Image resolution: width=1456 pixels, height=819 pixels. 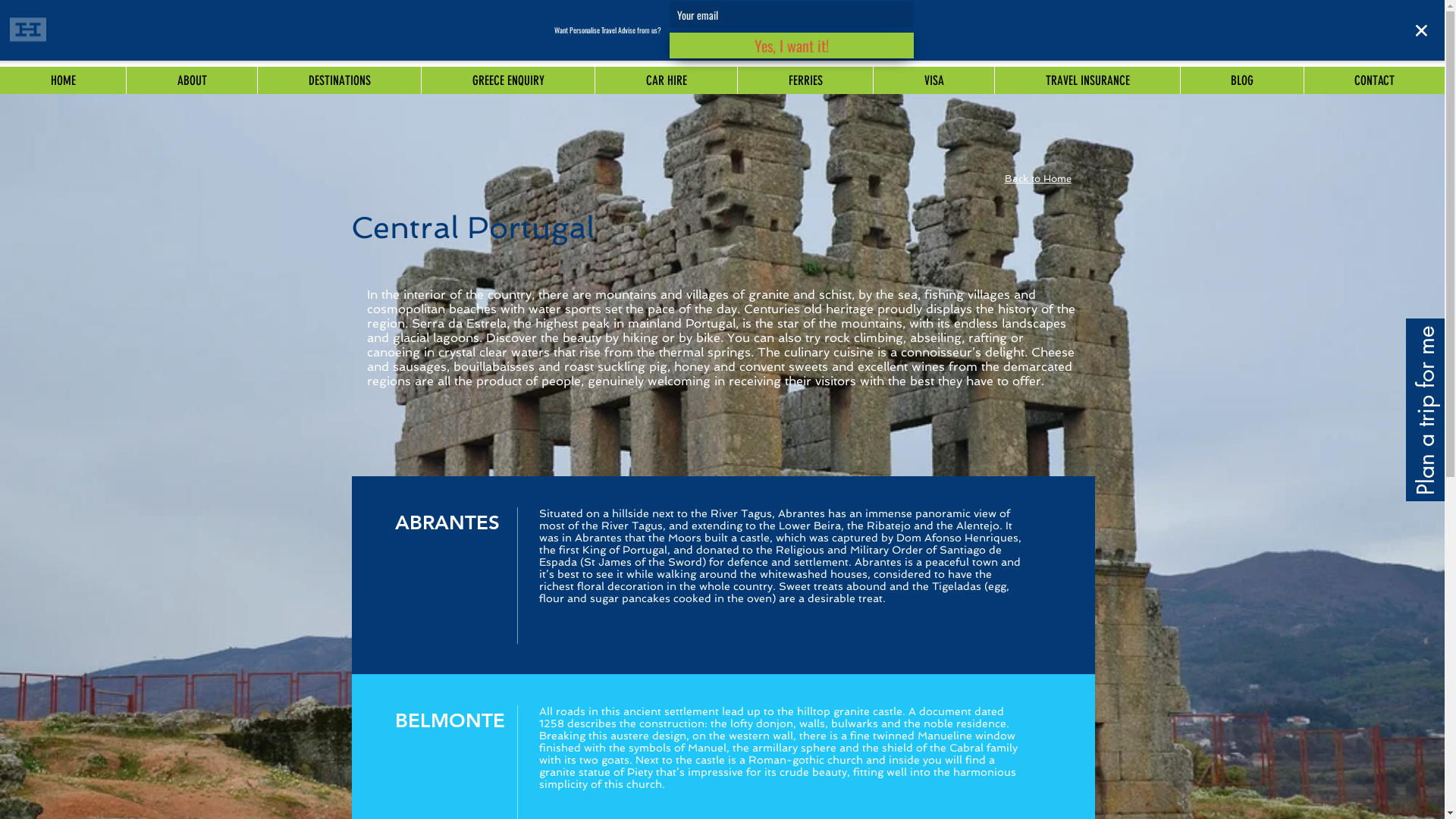 What do you see at coordinates (61, 80) in the screenshot?
I see `'HOME'` at bounding box center [61, 80].